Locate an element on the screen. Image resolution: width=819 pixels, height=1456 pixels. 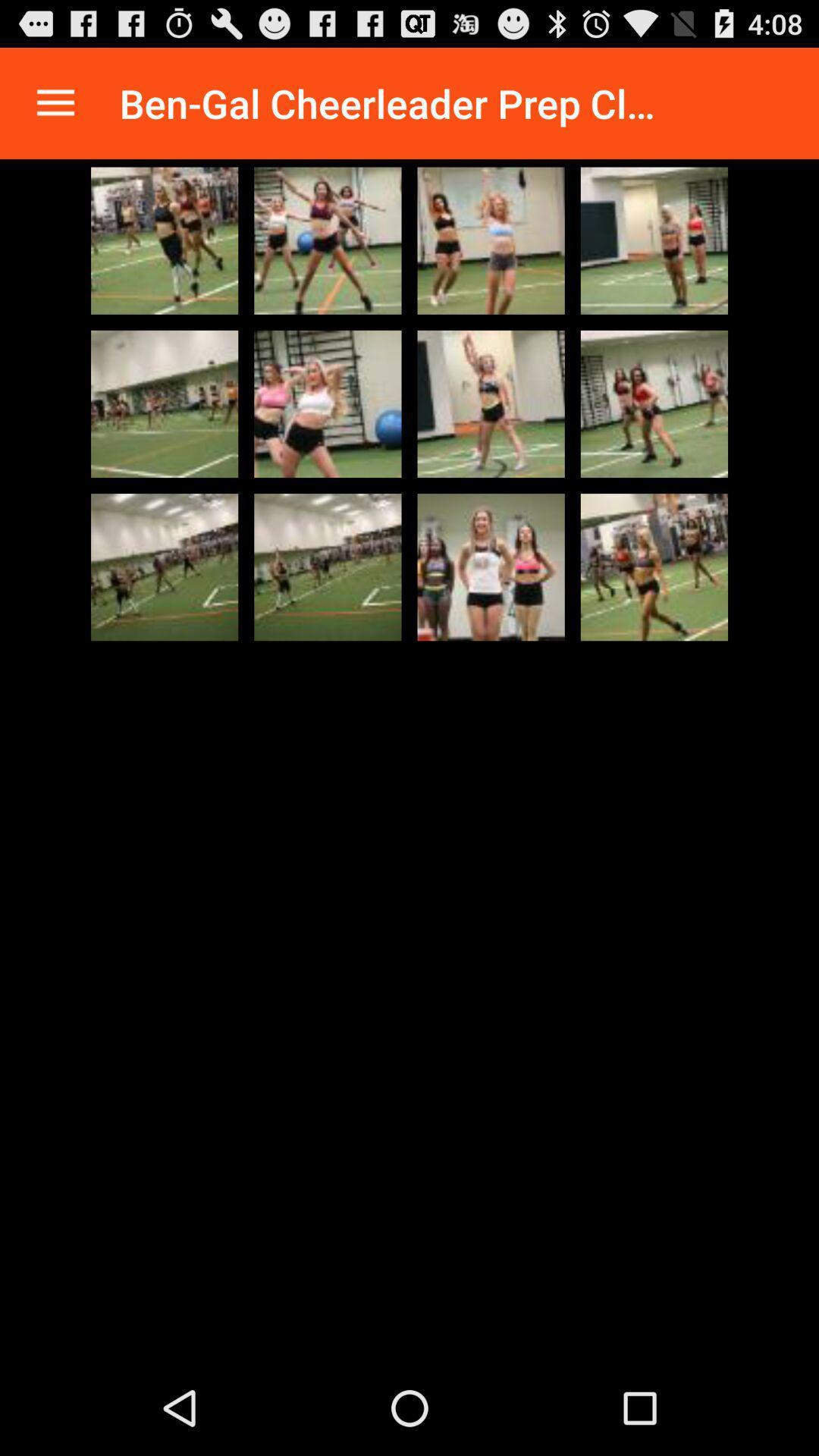
drop down menu is located at coordinates (55, 102).